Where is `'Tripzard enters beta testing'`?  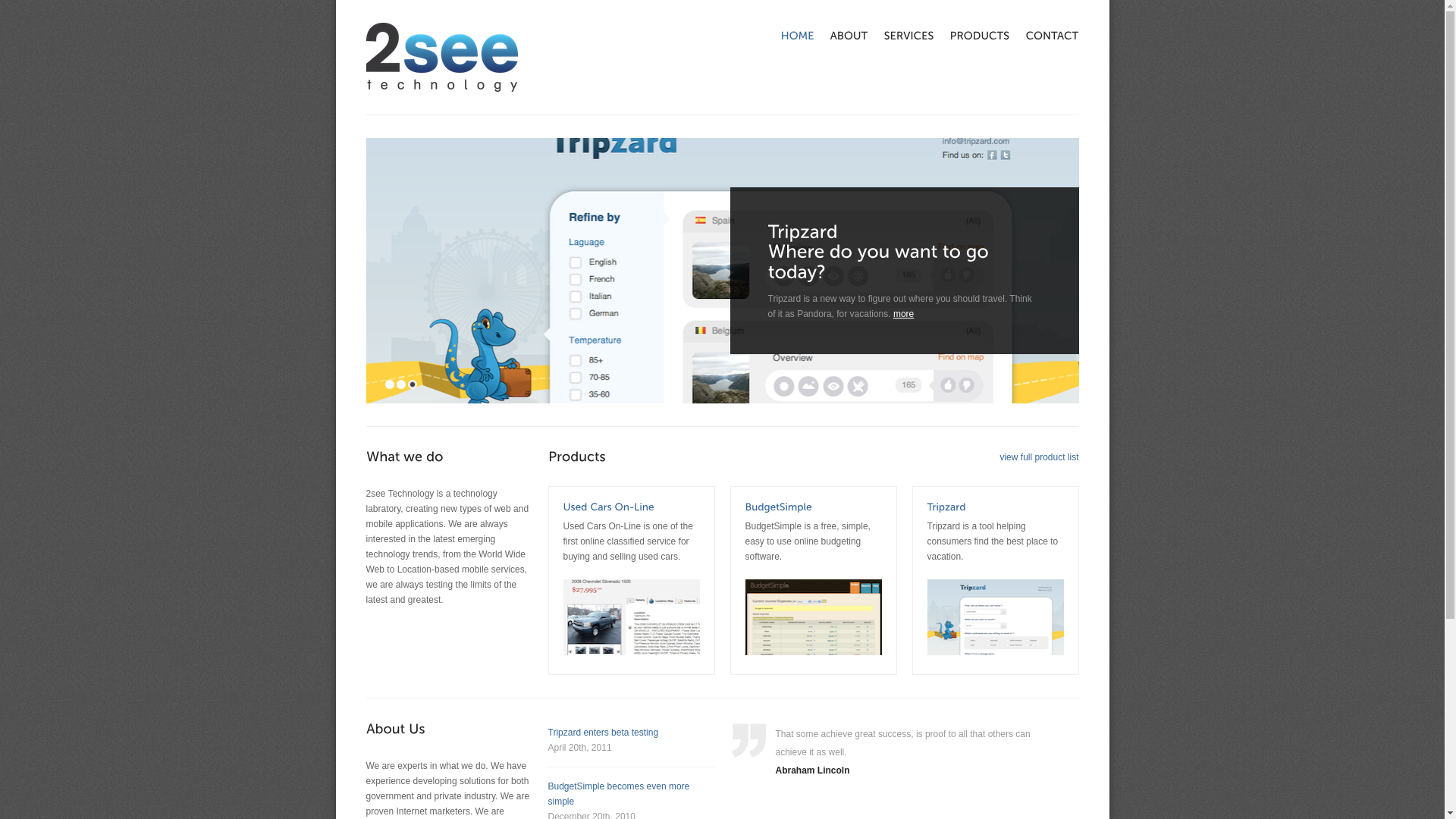 'Tripzard enters beta testing' is located at coordinates (546, 731).